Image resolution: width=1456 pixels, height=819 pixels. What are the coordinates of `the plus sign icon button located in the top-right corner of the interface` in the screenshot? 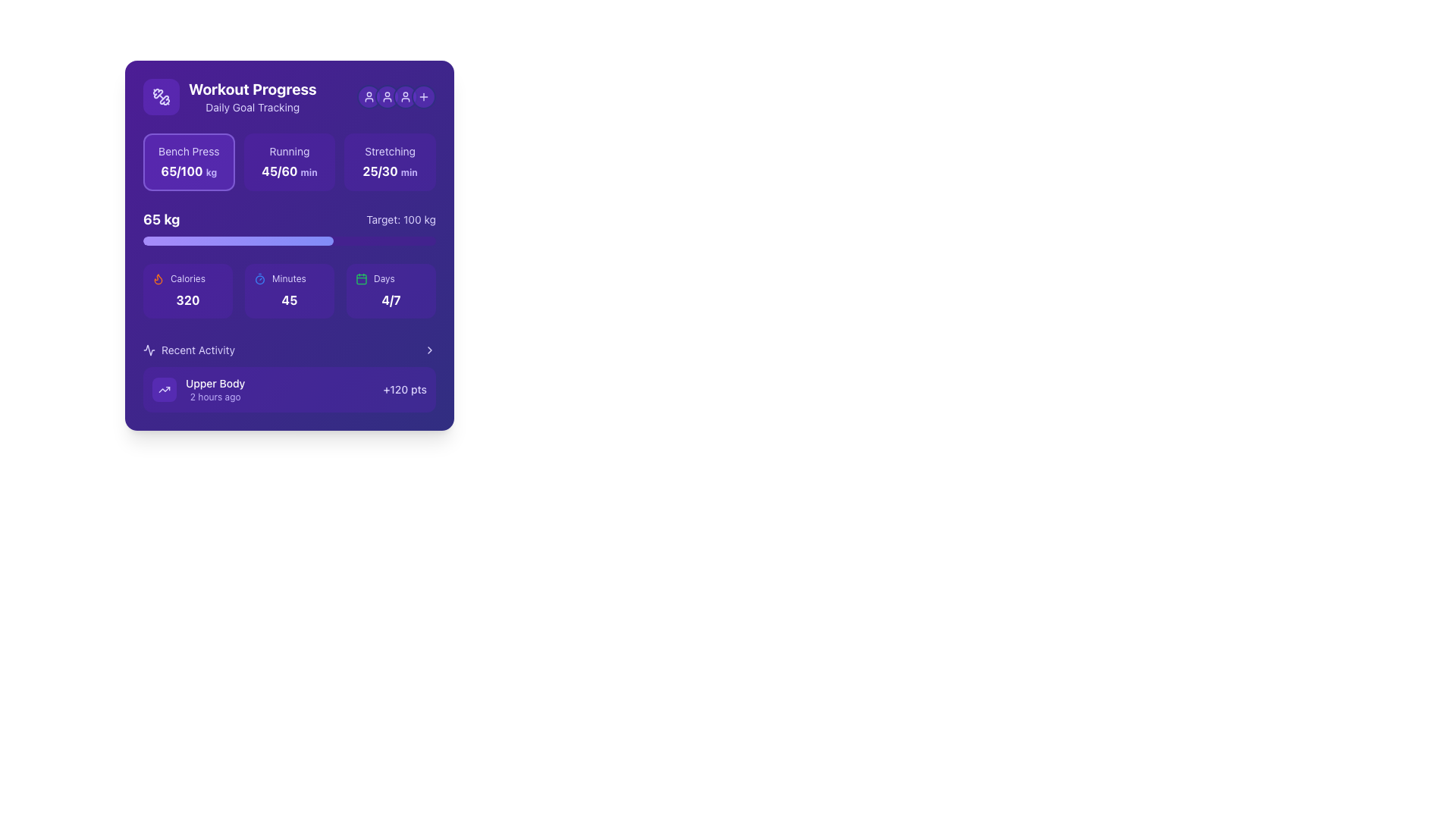 It's located at (423, 96).